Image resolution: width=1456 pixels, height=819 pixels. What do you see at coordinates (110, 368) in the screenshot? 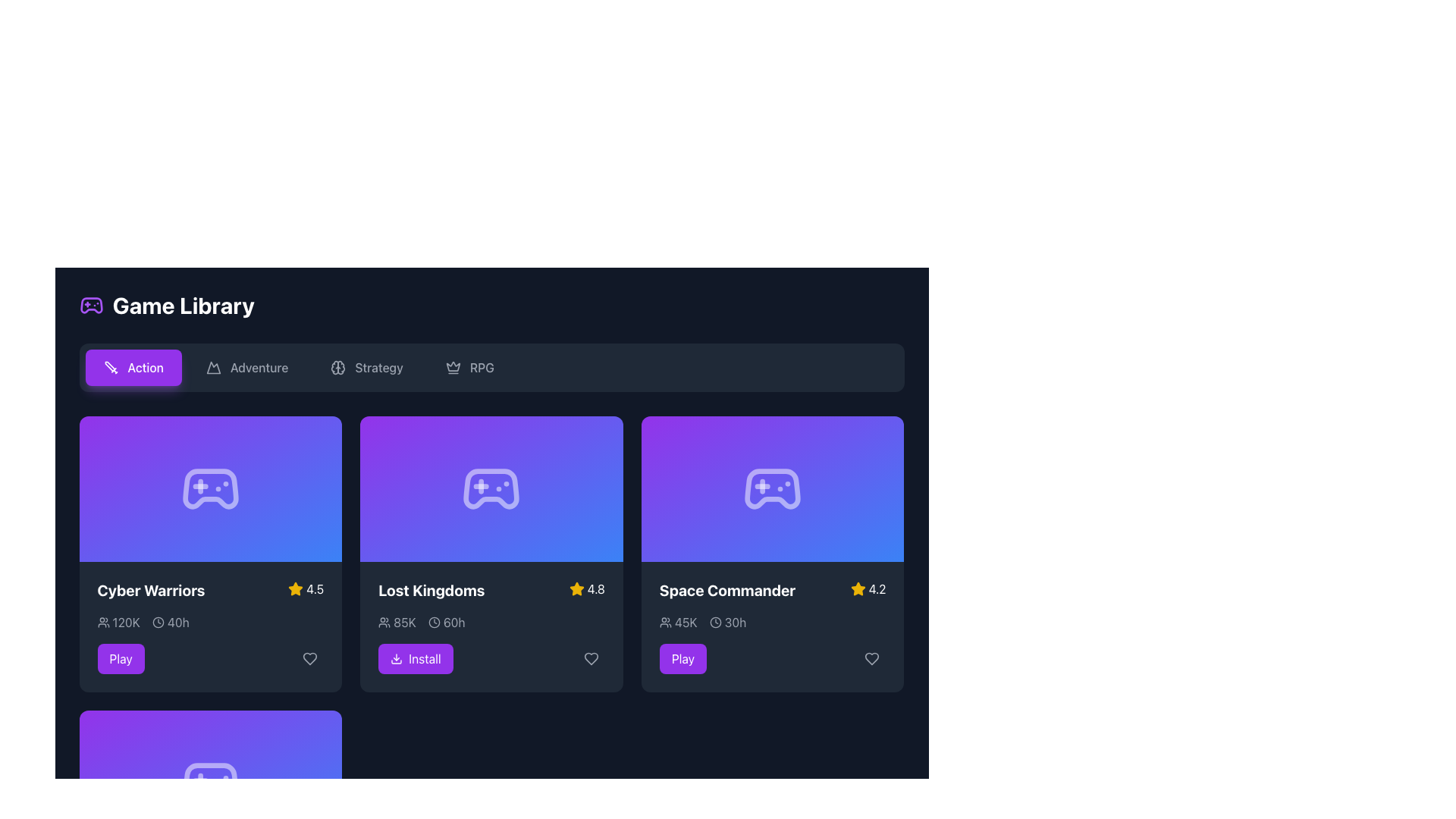
I see `the sword-shaped icon on the 'Action' button located at the top left corner of the interface, which has a white color on a purple background` at bounding box center [110, 368].